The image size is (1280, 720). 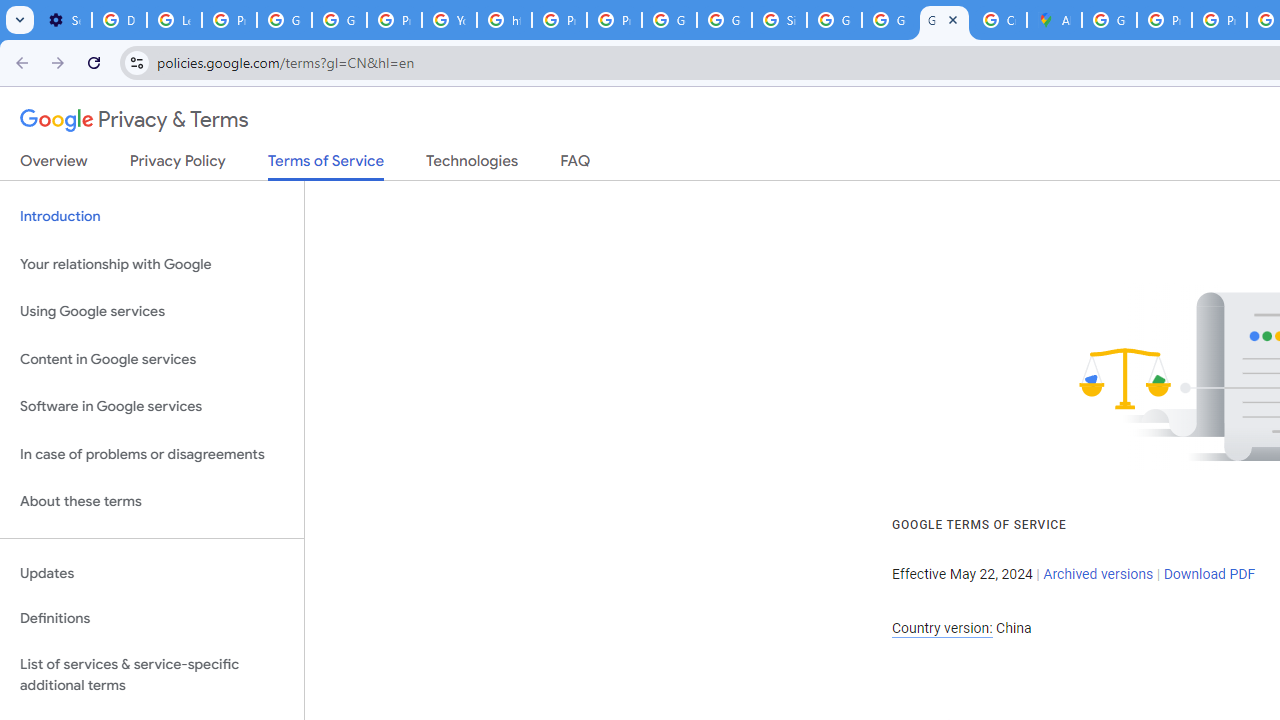 I want to click on 'Privacy Help Center - Policies Help', so click(x=1164, y=20).